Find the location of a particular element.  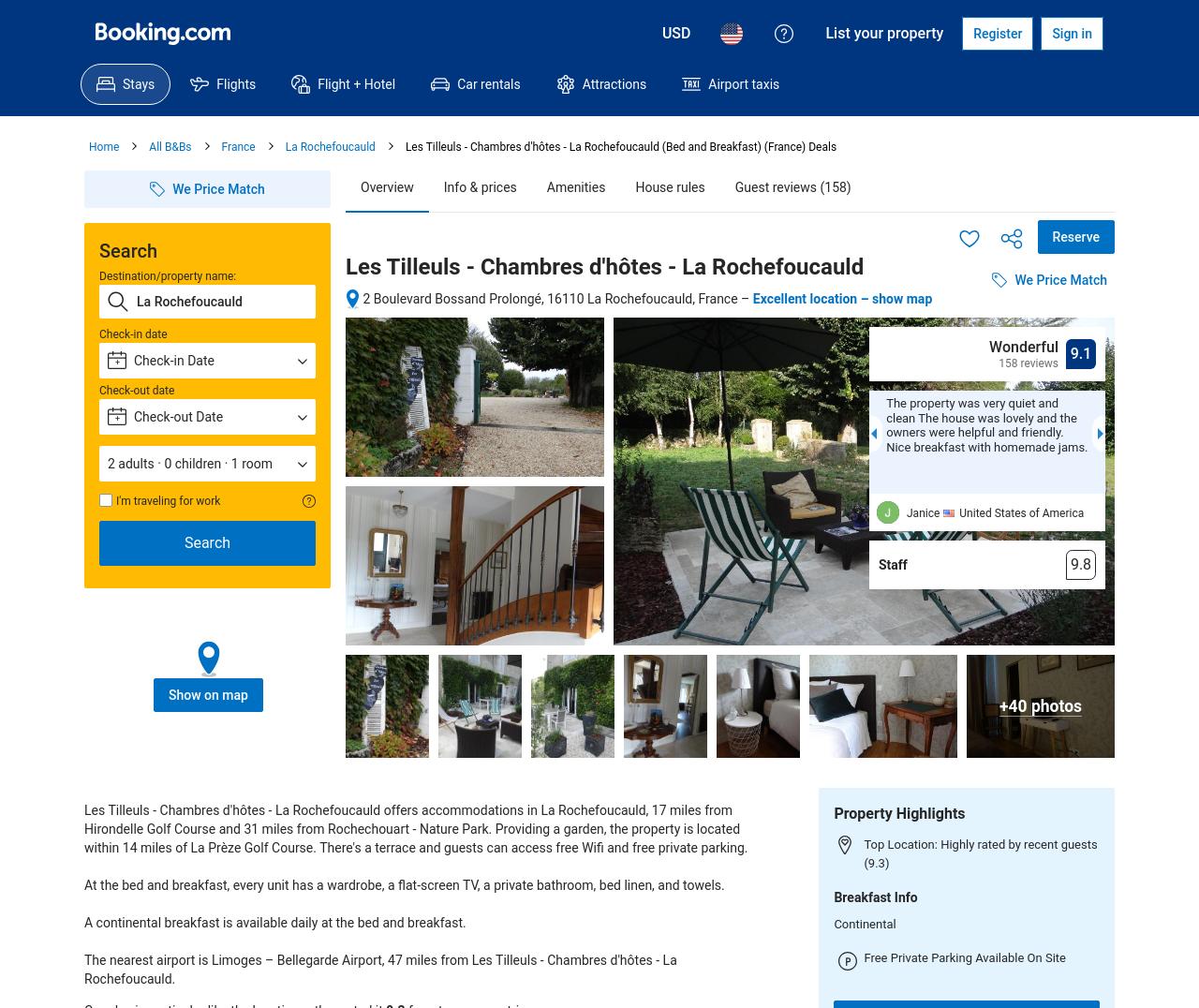

'Janice' is located at coordinates (906, 512).